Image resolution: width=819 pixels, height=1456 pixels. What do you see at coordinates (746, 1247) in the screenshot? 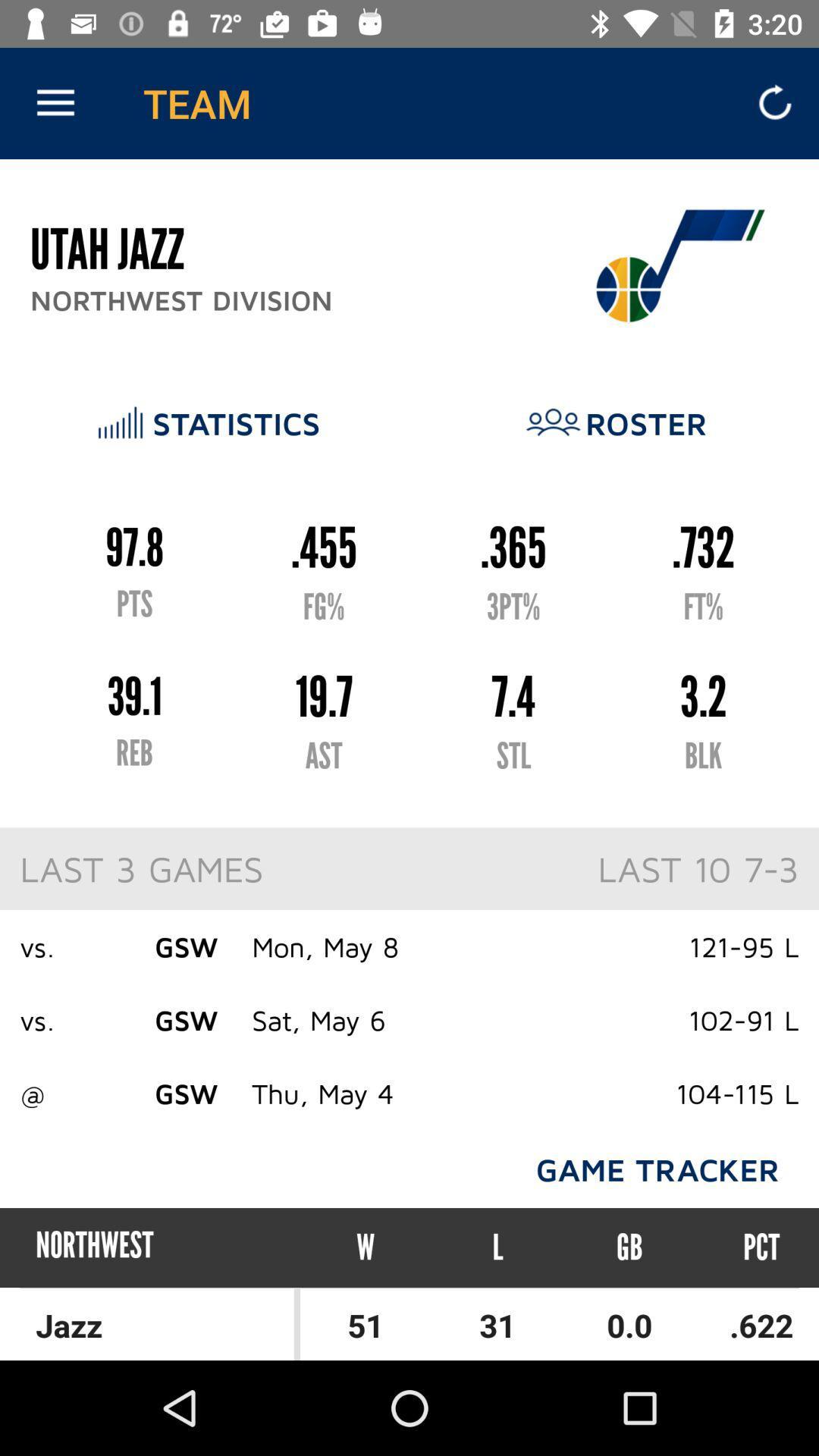
I see `the pct item` at bounding box center [746, 1247].